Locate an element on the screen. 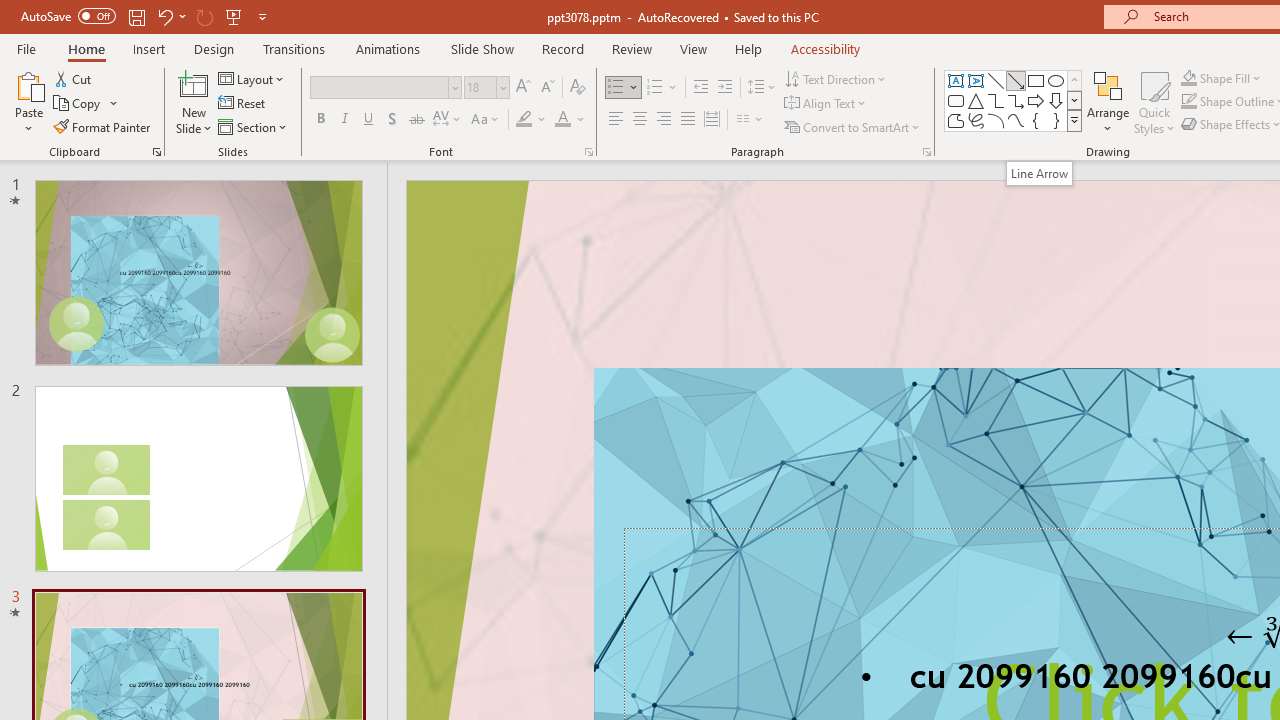 The image size is (1280, 720). 'Layout' is located at coordinates (251, 78).